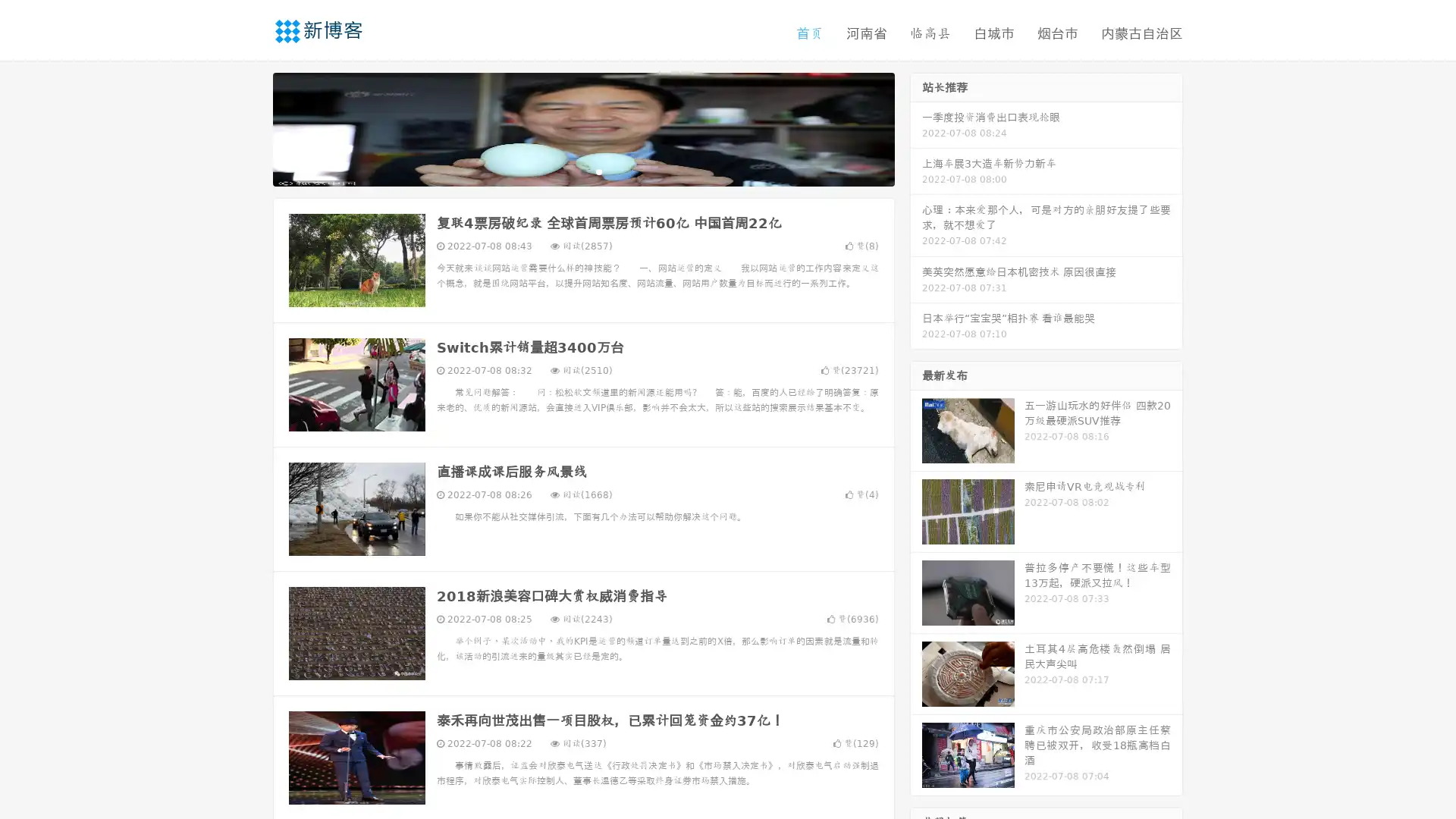  What do you see at coordinates (916, 127) in the screenshot?
I see `Next slide` at bounding box center [916, 127].